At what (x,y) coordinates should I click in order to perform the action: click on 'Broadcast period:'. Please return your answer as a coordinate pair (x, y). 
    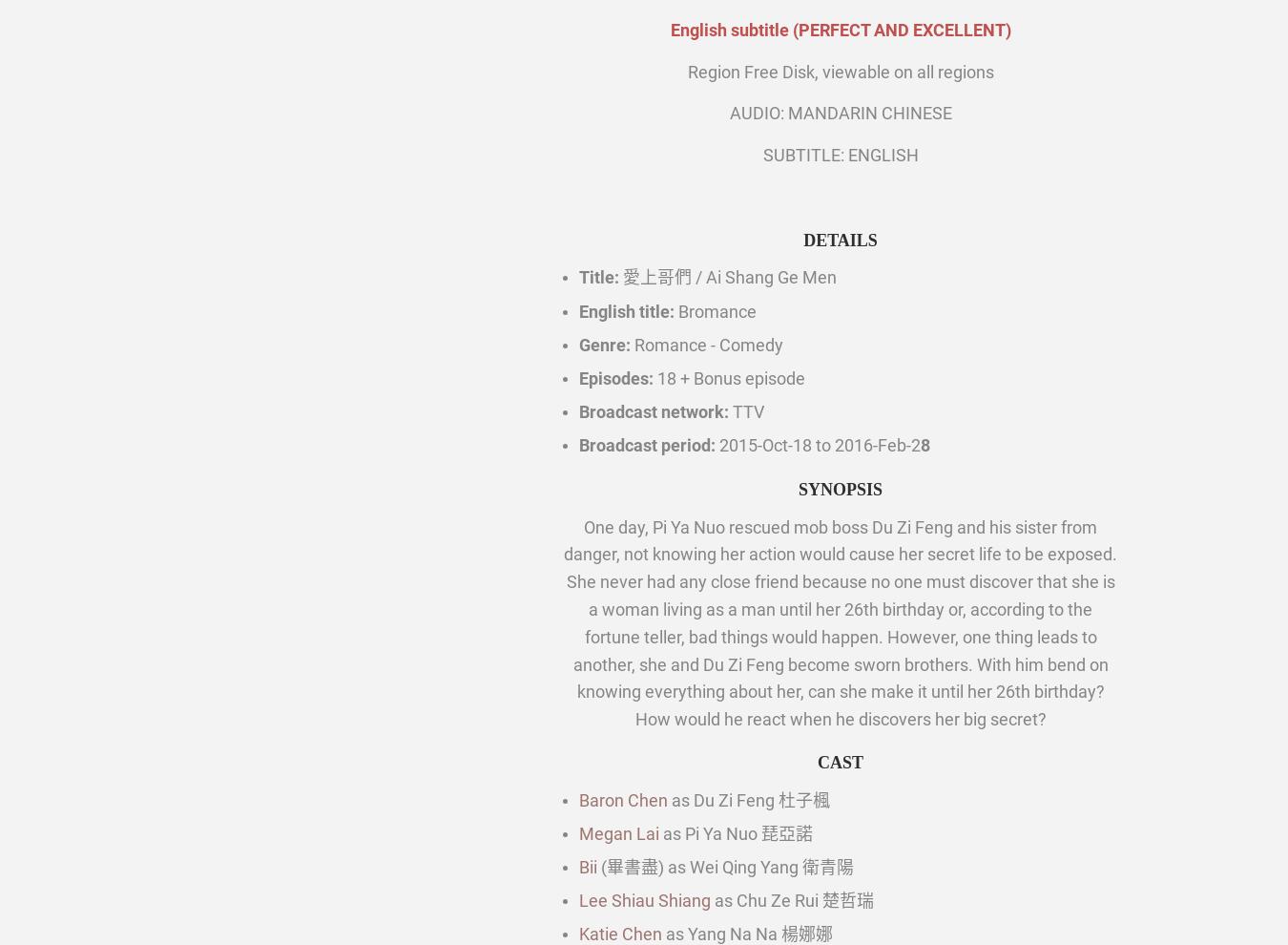
    Looking at the image, I should click on (646, 445).